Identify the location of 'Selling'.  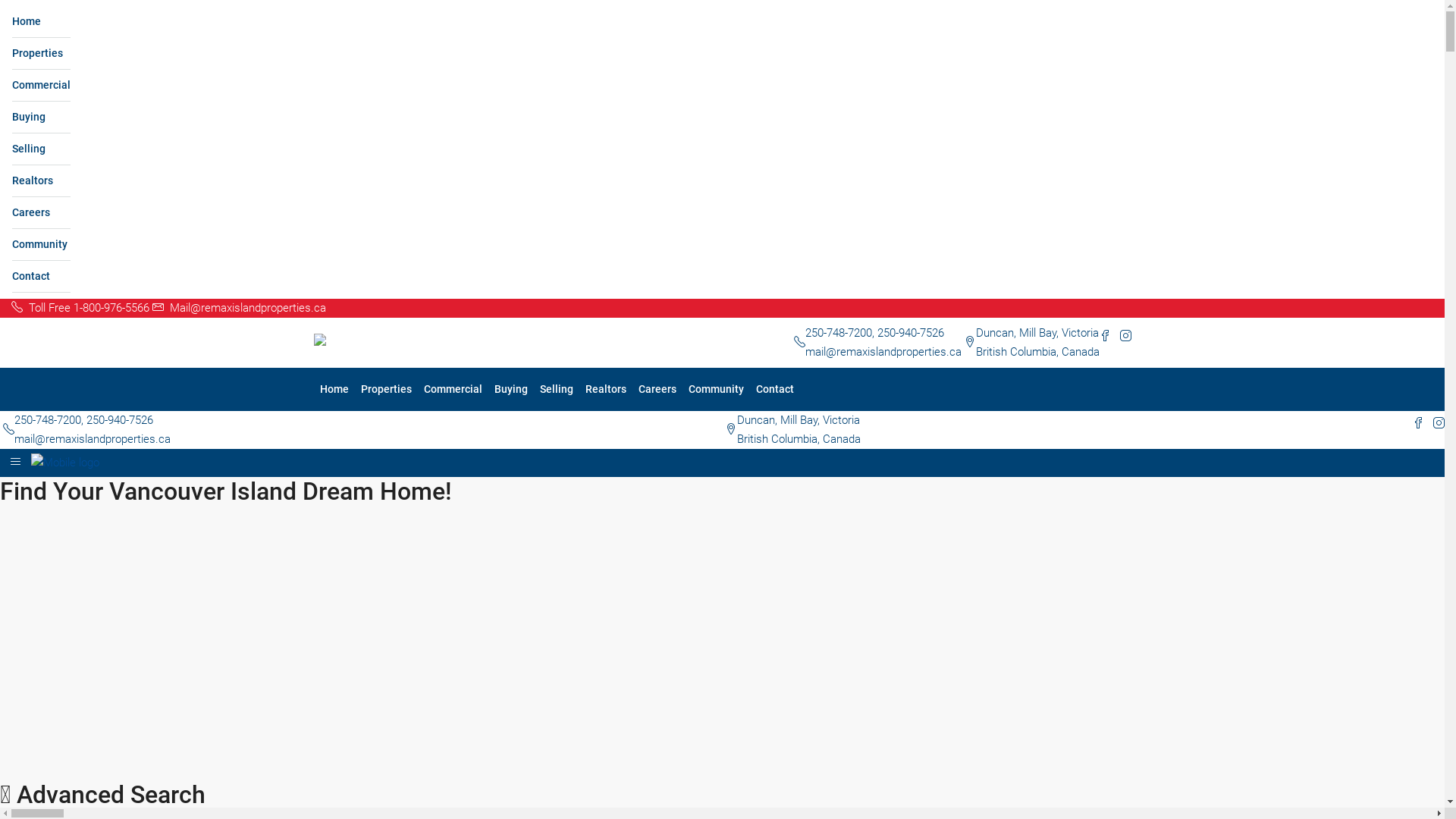
(41, 149).